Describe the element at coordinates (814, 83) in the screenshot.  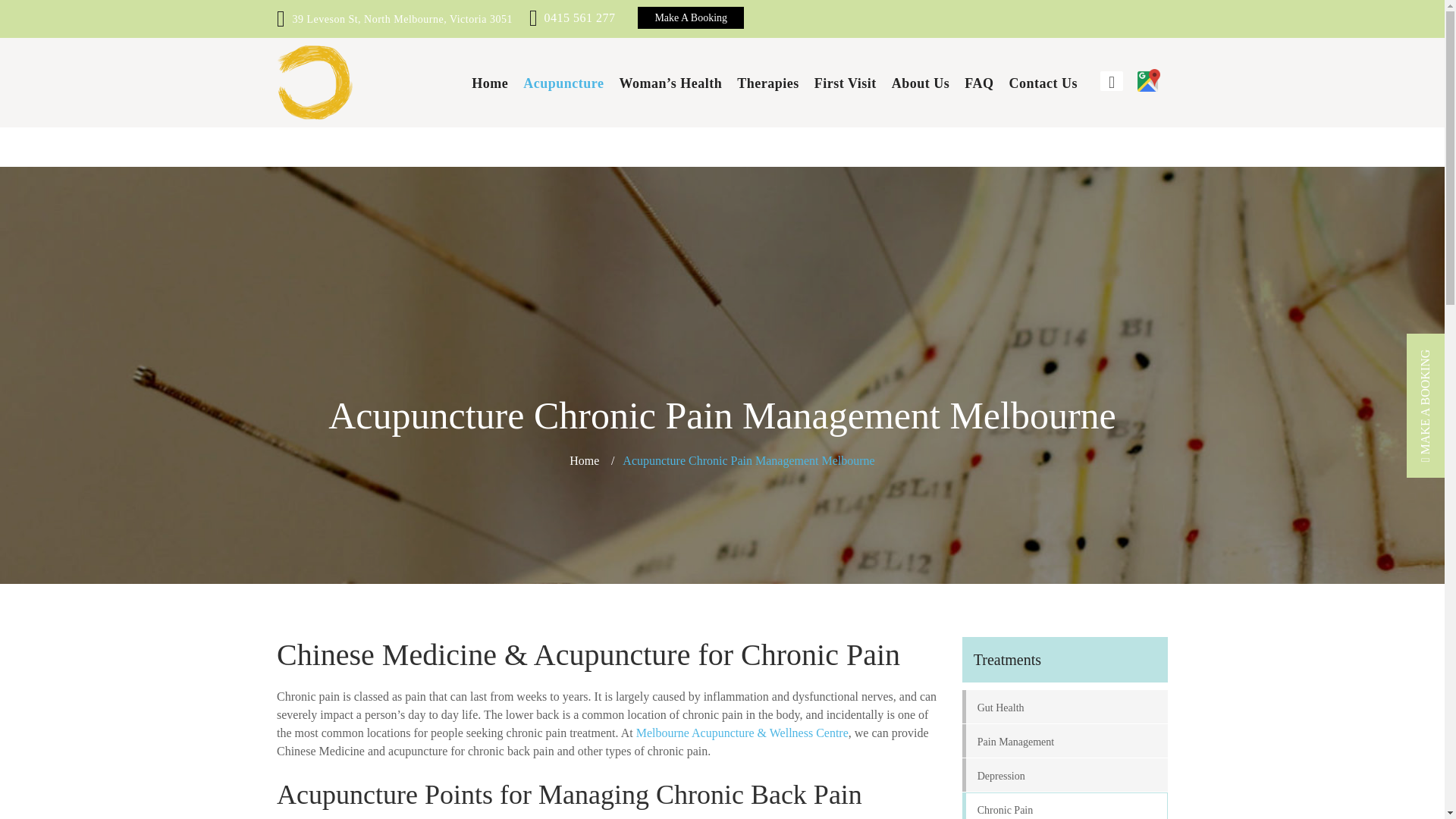
I see `'First Visit'` at that location.